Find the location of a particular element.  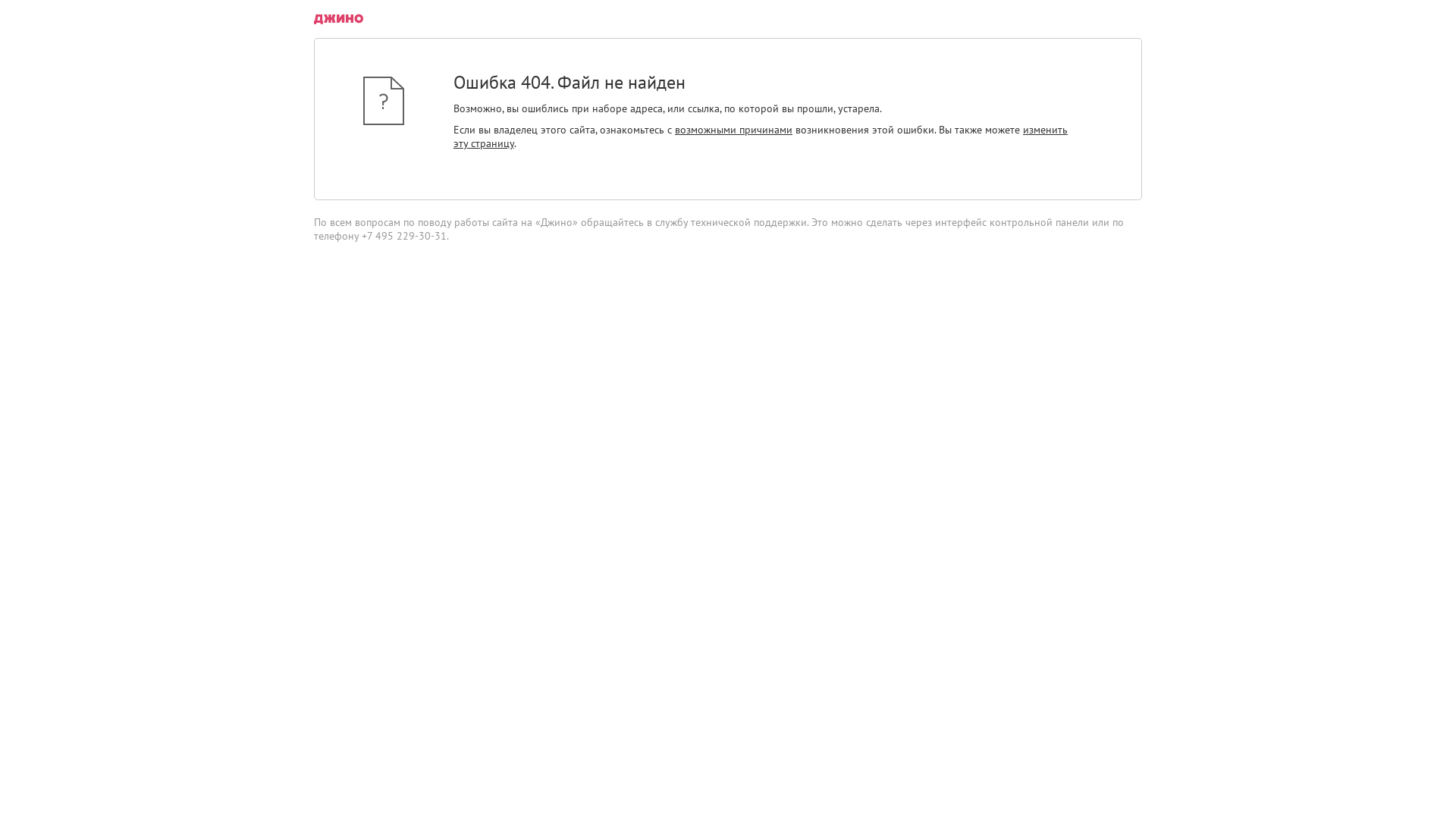

'+7 495 229-30-31' is located at coordinates (403, 236).